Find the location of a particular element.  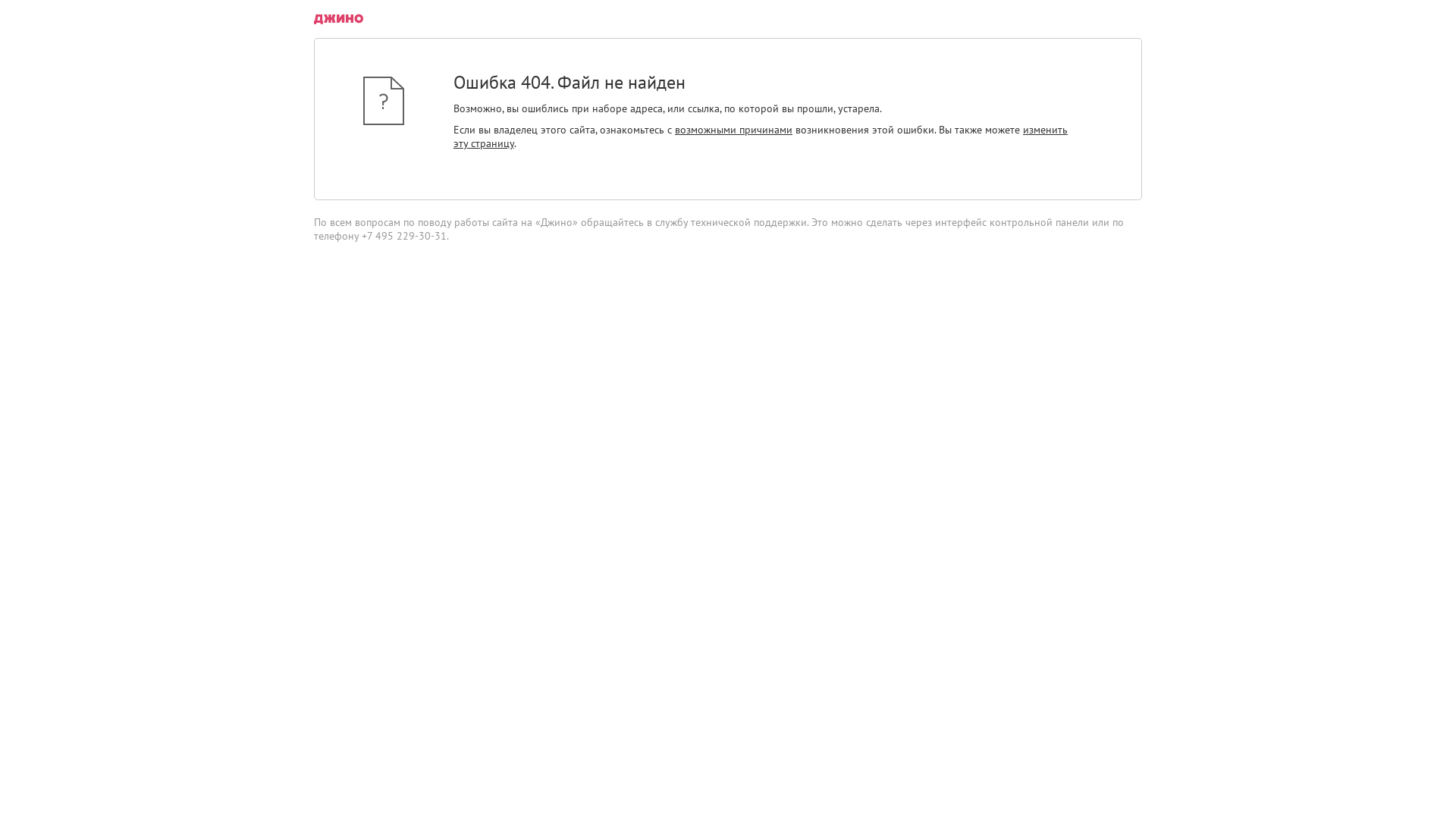

'+7 495 229-30-31' is located at coordinates (403, 236).